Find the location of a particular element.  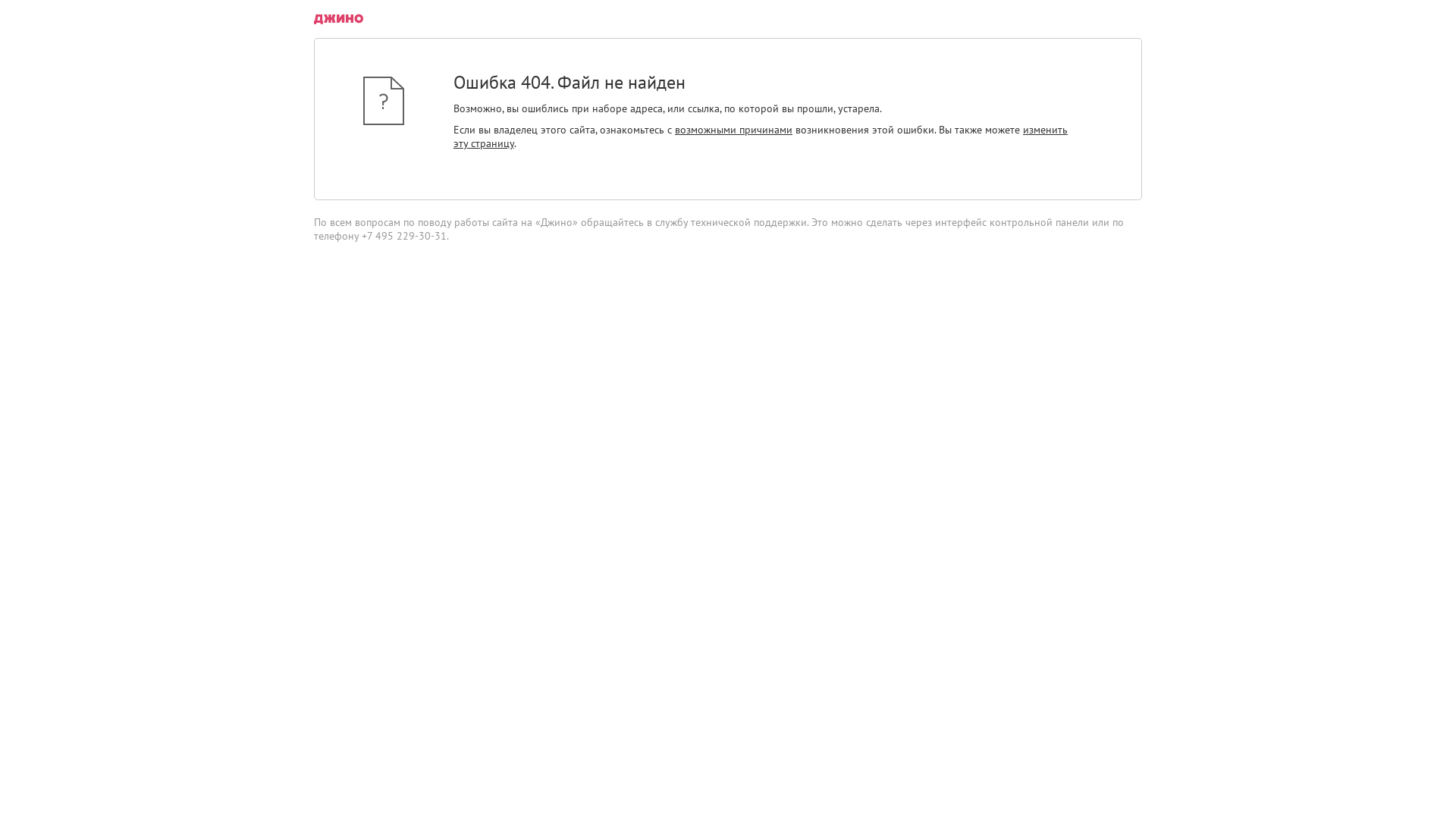

'+7 495 229-30-31' is located at coordinates (403, 236).